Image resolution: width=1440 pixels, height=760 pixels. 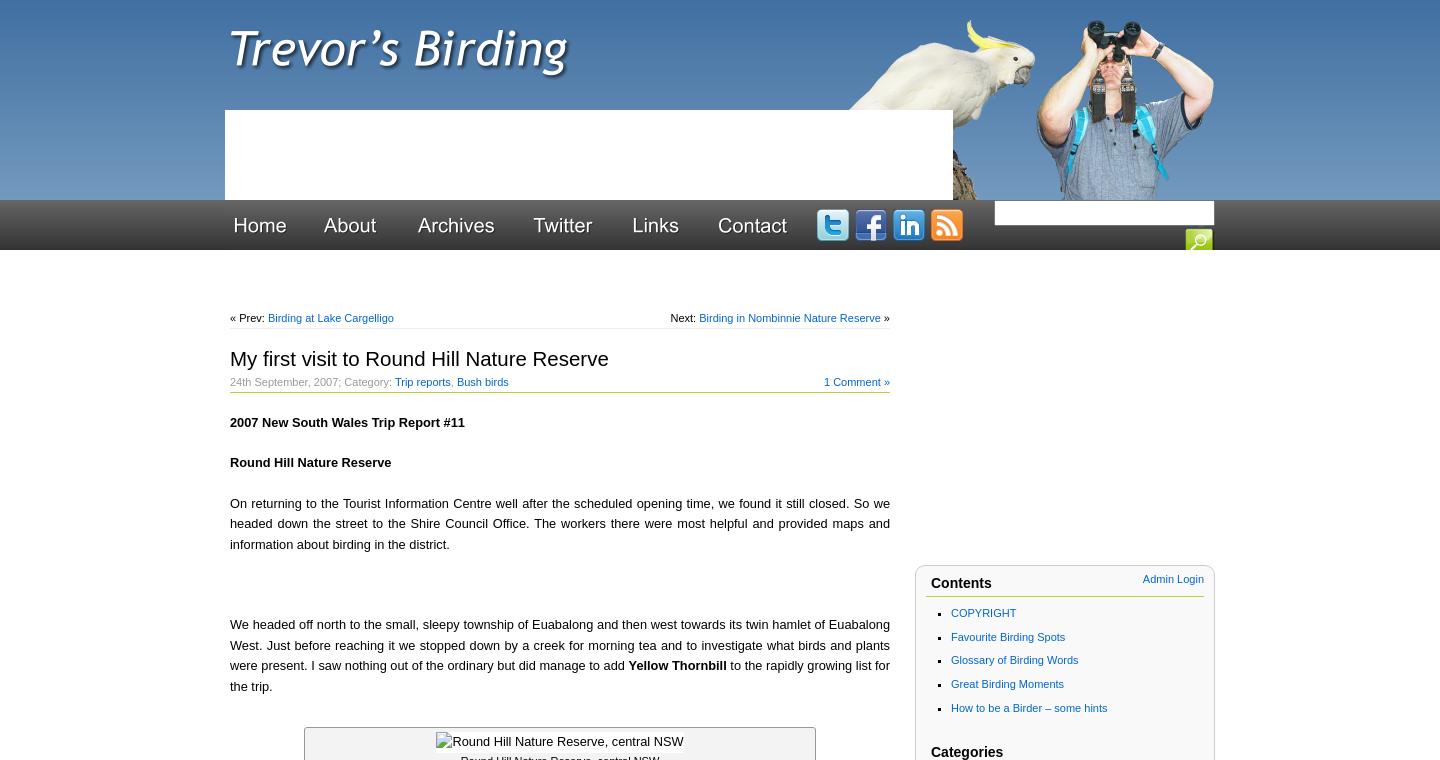 What do you see at coordinates (1006, 683) in the screenshot?
I see `'Great Birding Moments'` at bounding box center [1006, 683].